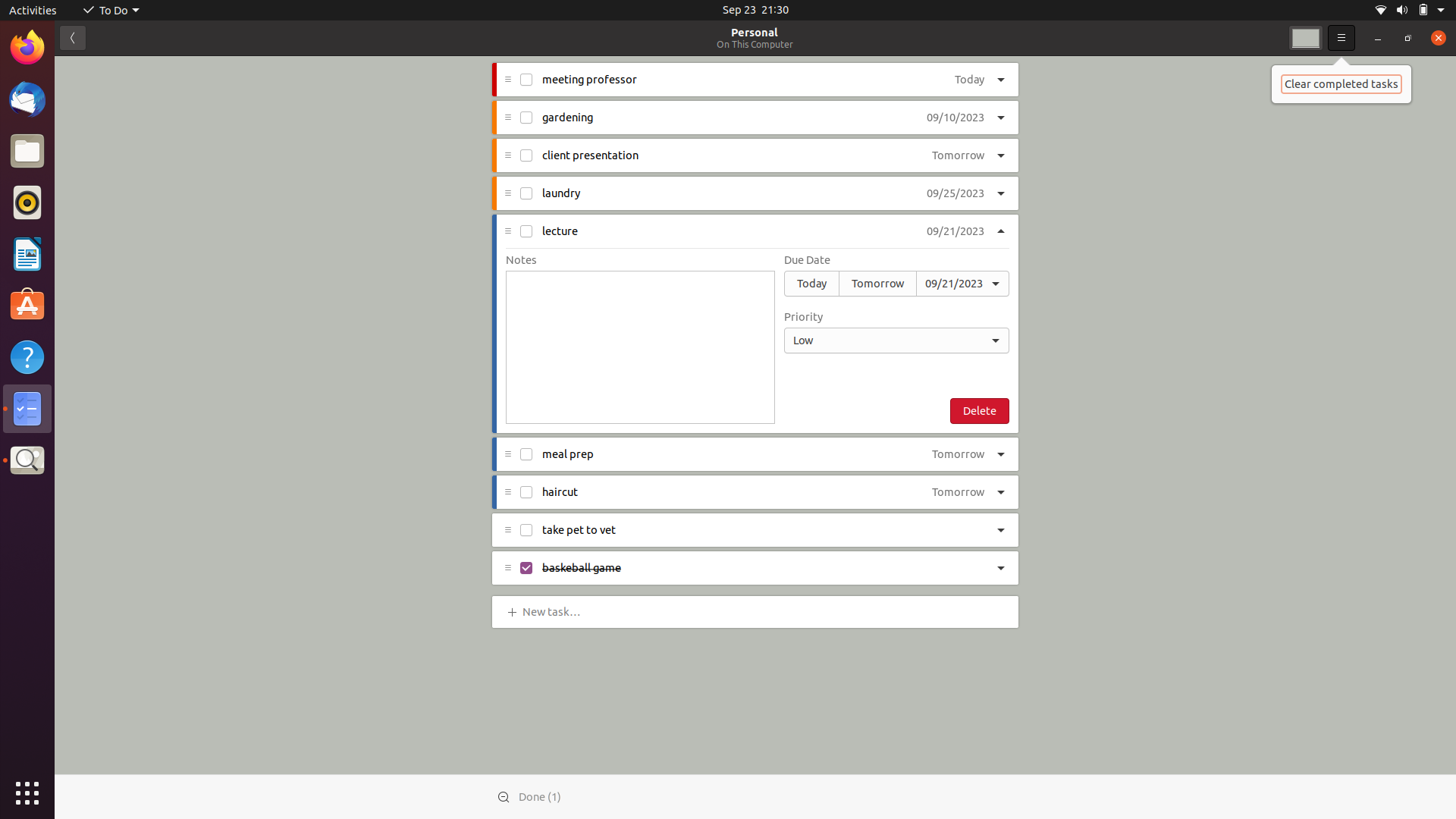  I want to click on the status of "haircut" task to completed, so click(525, 491).